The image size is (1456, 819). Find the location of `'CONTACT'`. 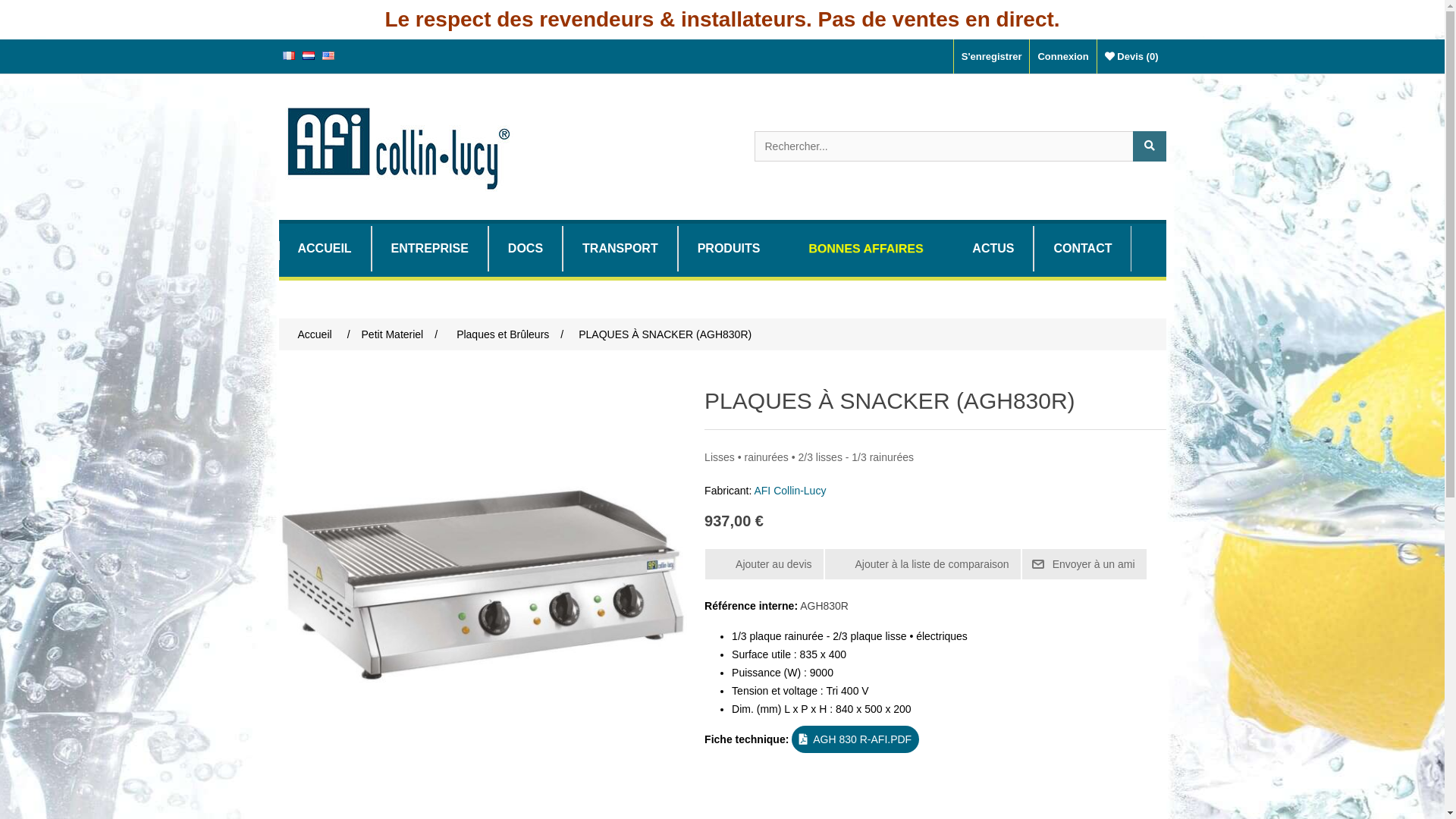

'CONTACT' is located at coordinates (1033, 247).